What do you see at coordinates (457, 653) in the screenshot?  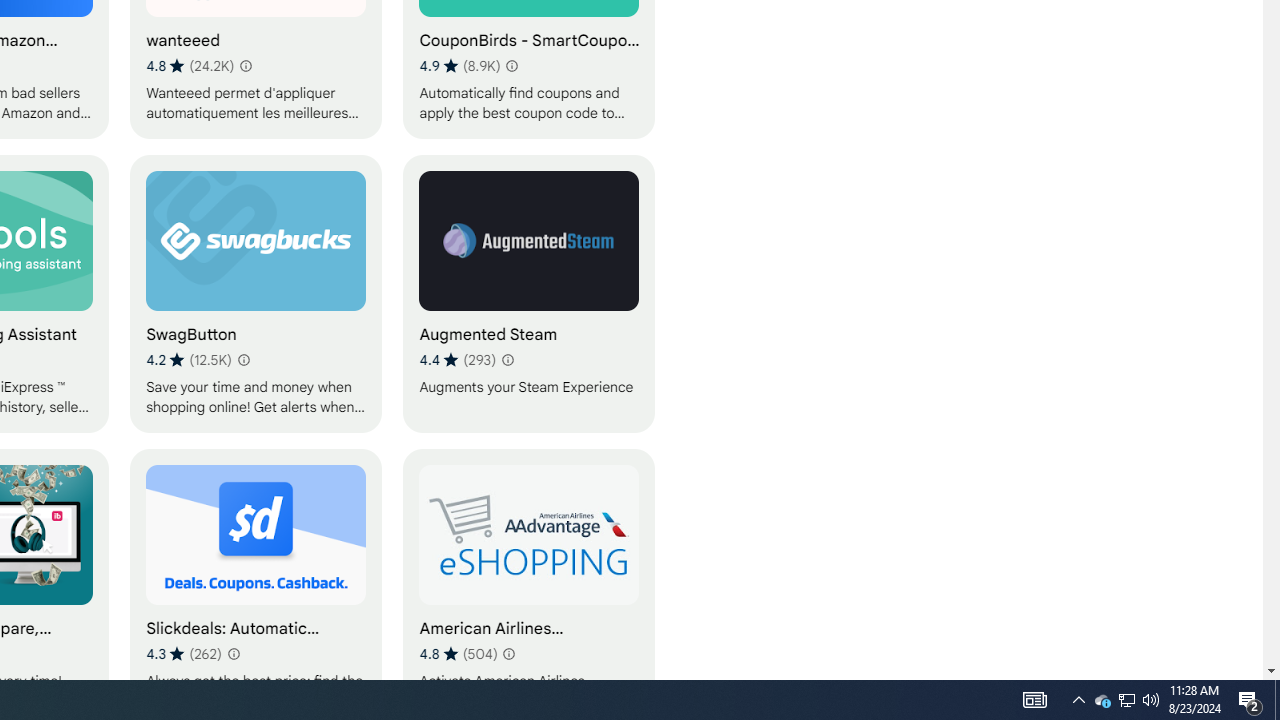 I see `'Average rating 4.8 out of 5 stars. 504 ratings.'` at bounding box center [457, 653].